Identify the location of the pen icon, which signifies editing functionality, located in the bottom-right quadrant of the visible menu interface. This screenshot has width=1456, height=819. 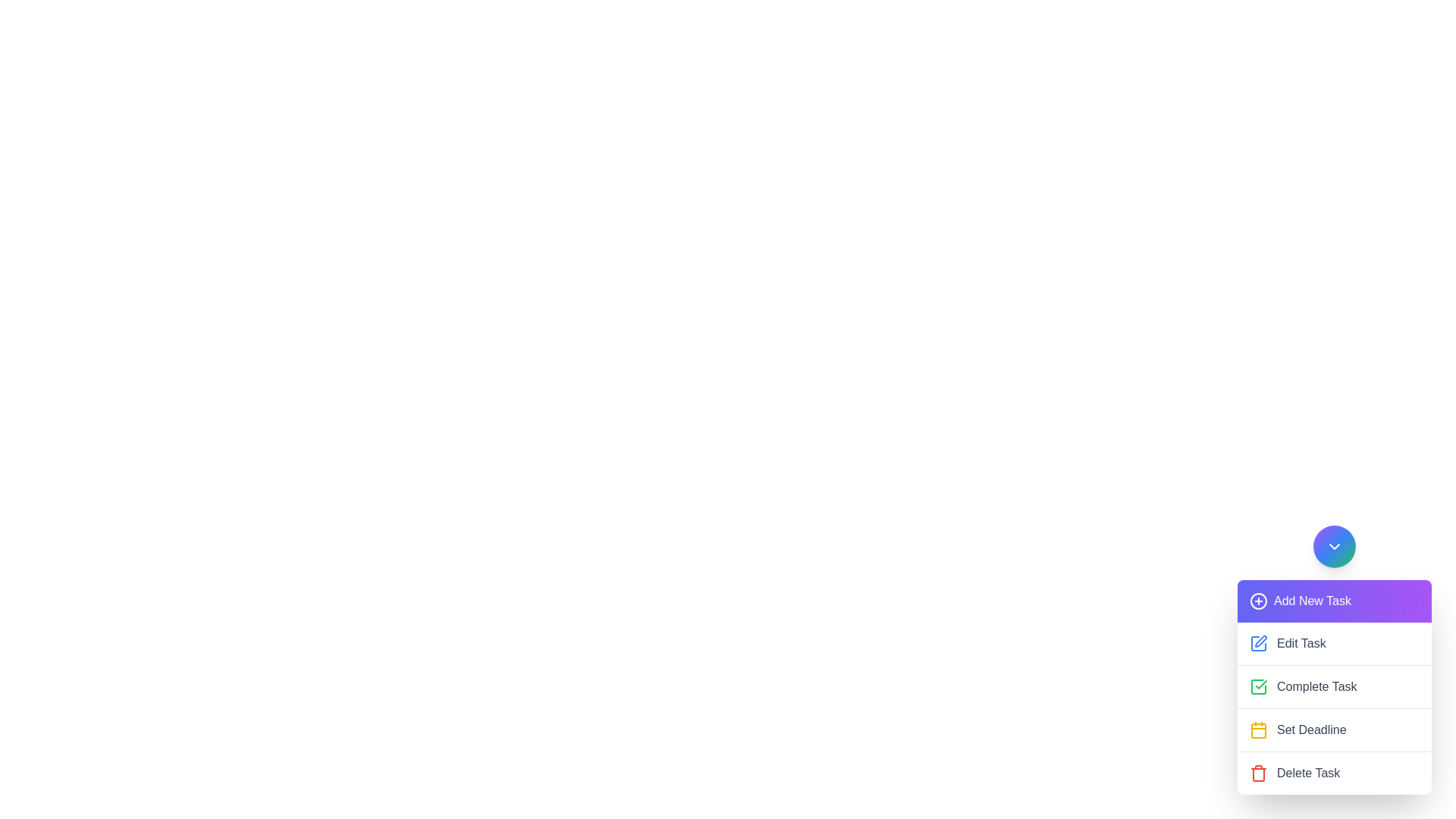
(1260, 641).